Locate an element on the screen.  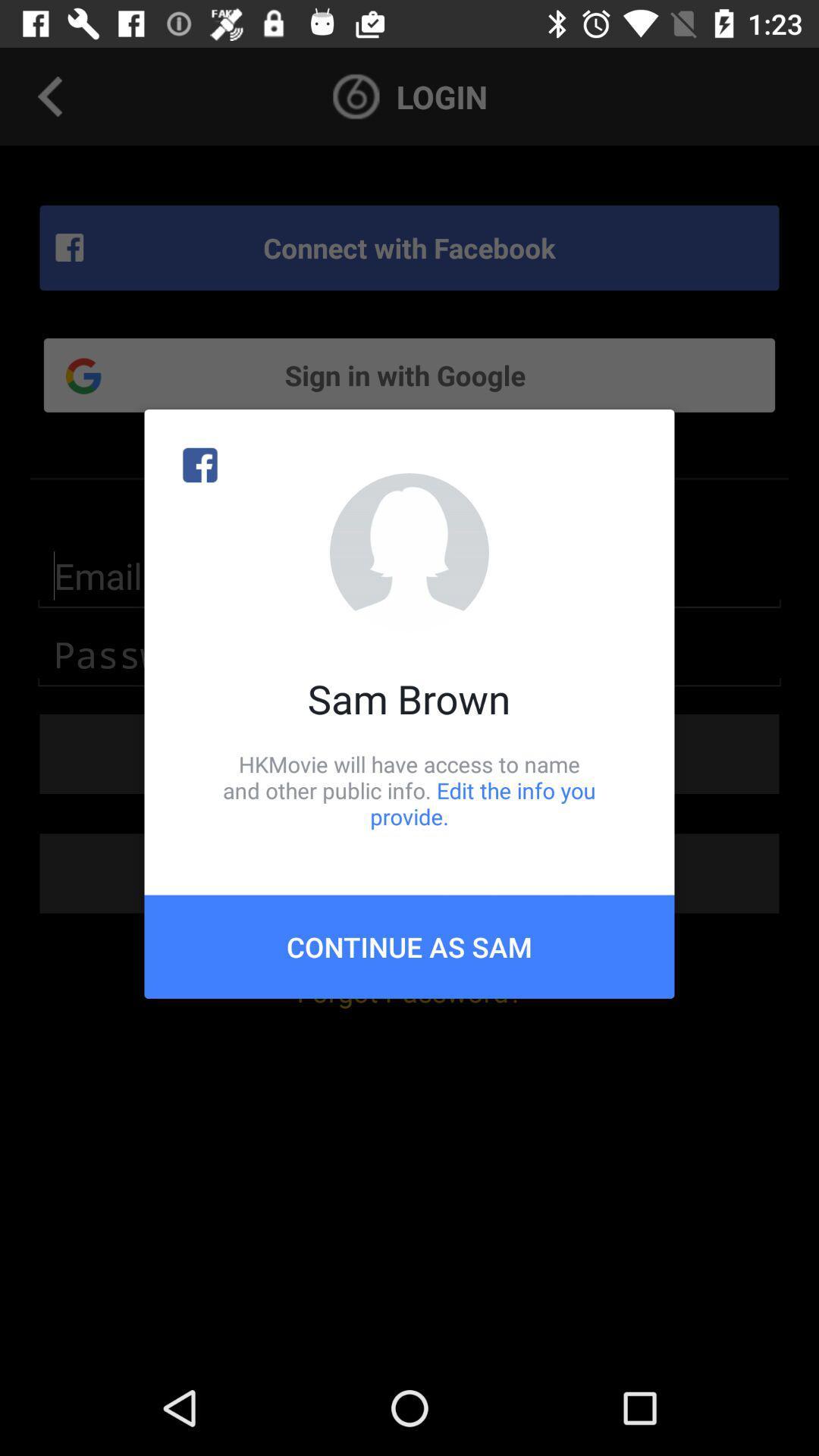
the continue as sam icon is located at coordinates (409, 946).